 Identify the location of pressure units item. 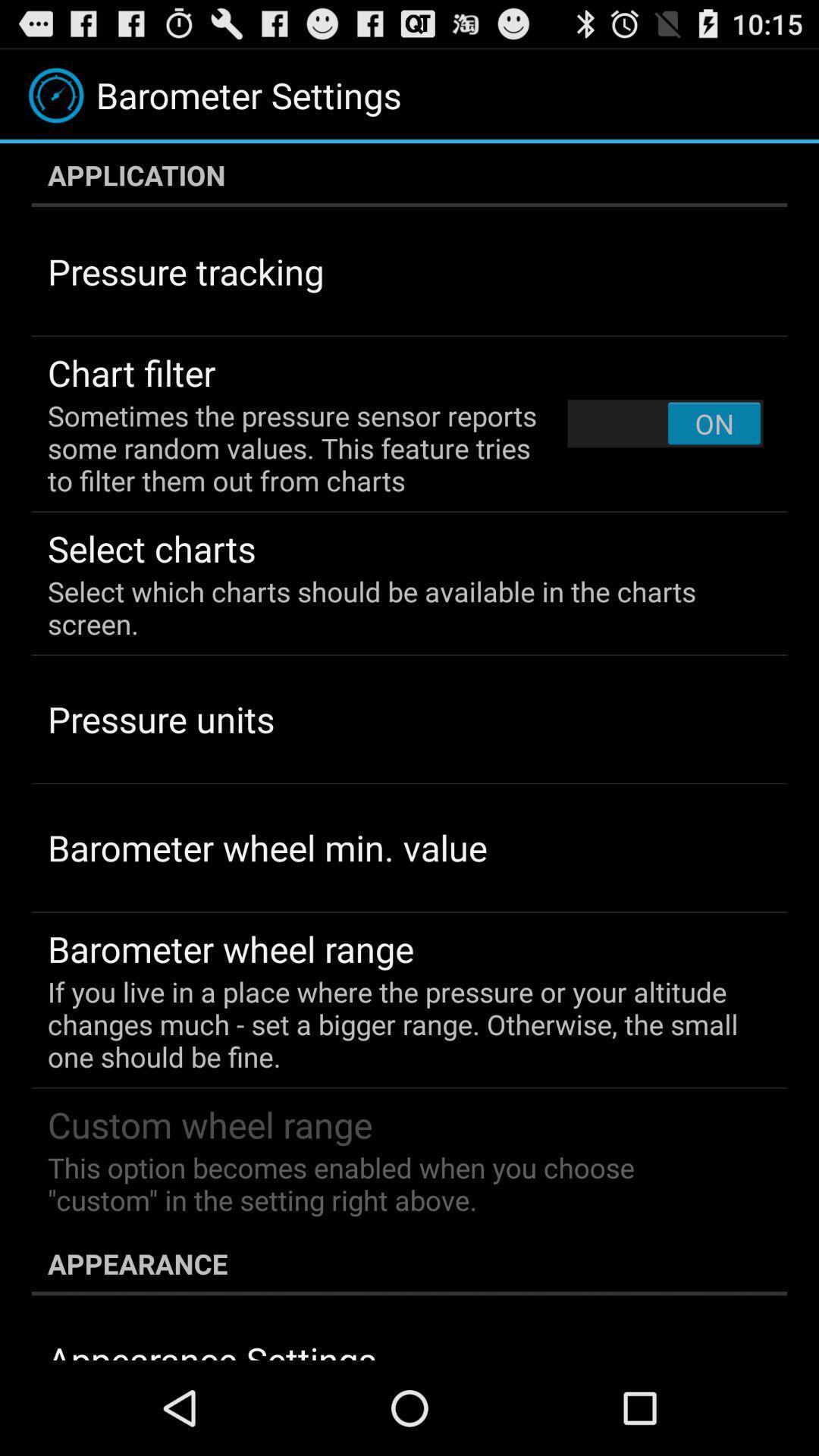
(161, 718).